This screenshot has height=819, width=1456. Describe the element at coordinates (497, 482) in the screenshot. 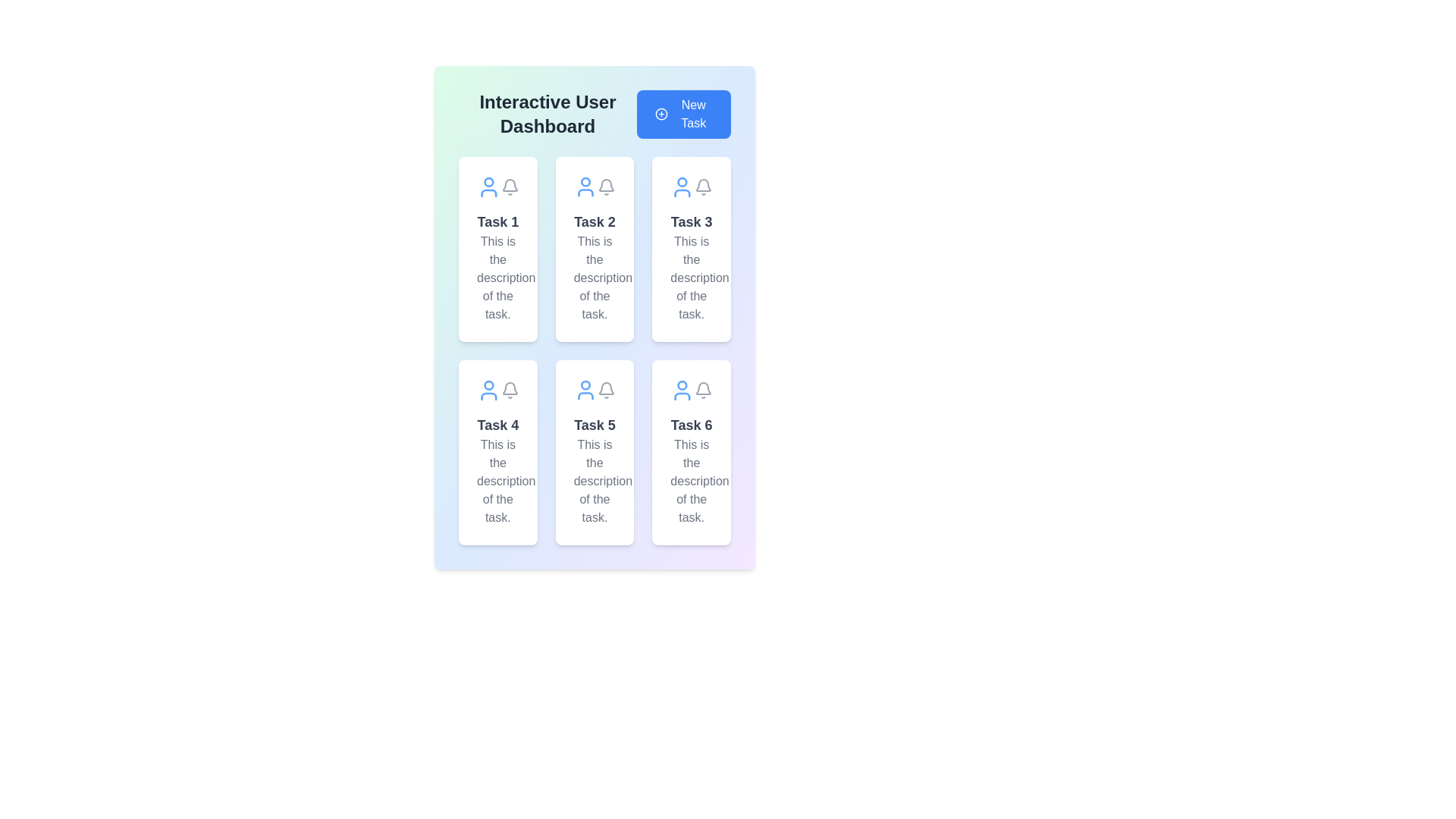

I see `the descriptive text block located under 'Task 4' in the card component of the grid layout` at that location.